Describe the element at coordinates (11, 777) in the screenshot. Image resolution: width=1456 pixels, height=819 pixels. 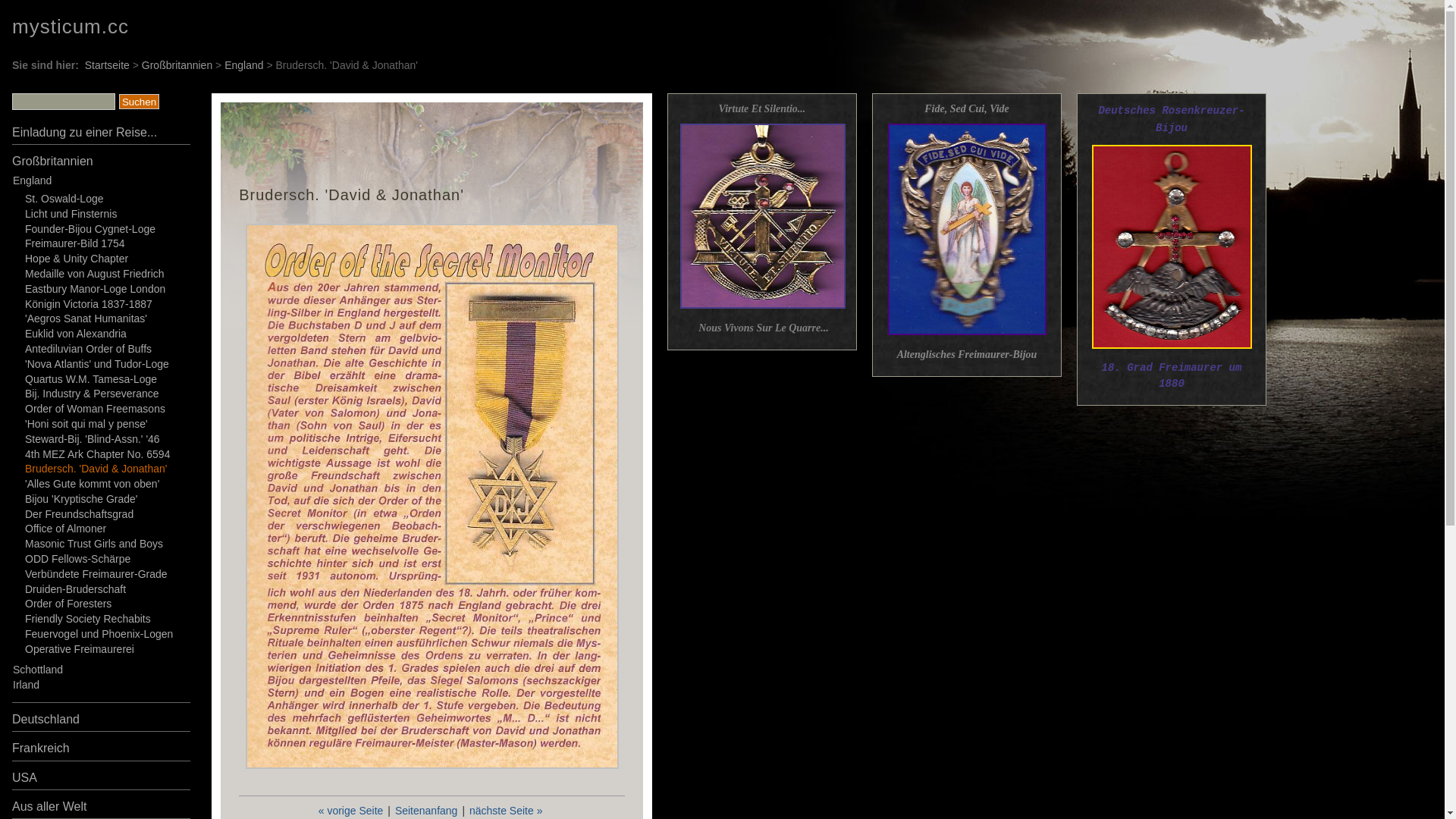
I see `'USA'` at that location.